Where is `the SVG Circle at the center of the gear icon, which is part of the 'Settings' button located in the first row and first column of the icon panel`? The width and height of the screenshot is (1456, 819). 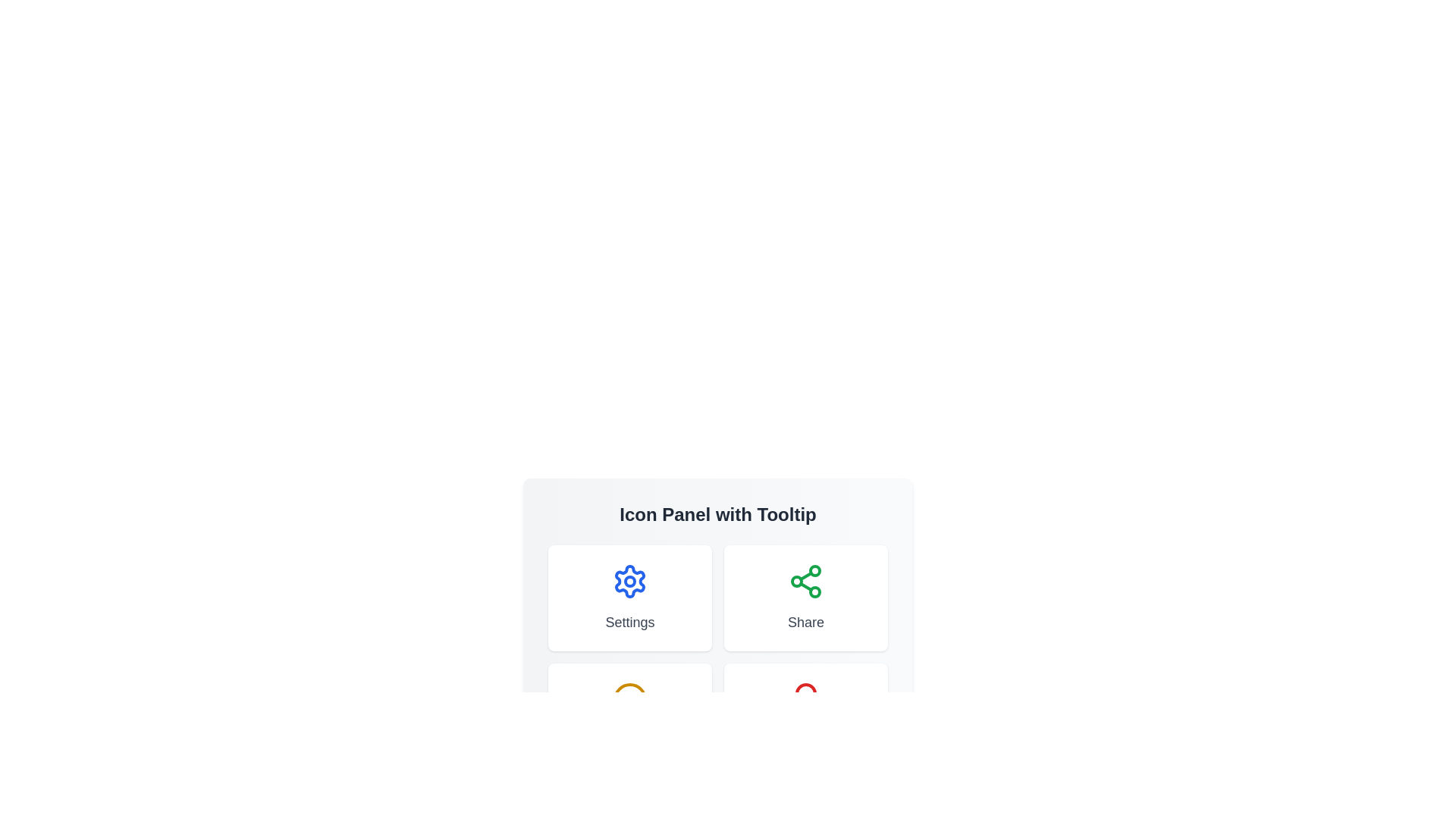 the SVG Circle at the center of the gear icon, which is part of the 'Settings' button located in the first row and first column of the icon panel is located at coordinates (629, 581).